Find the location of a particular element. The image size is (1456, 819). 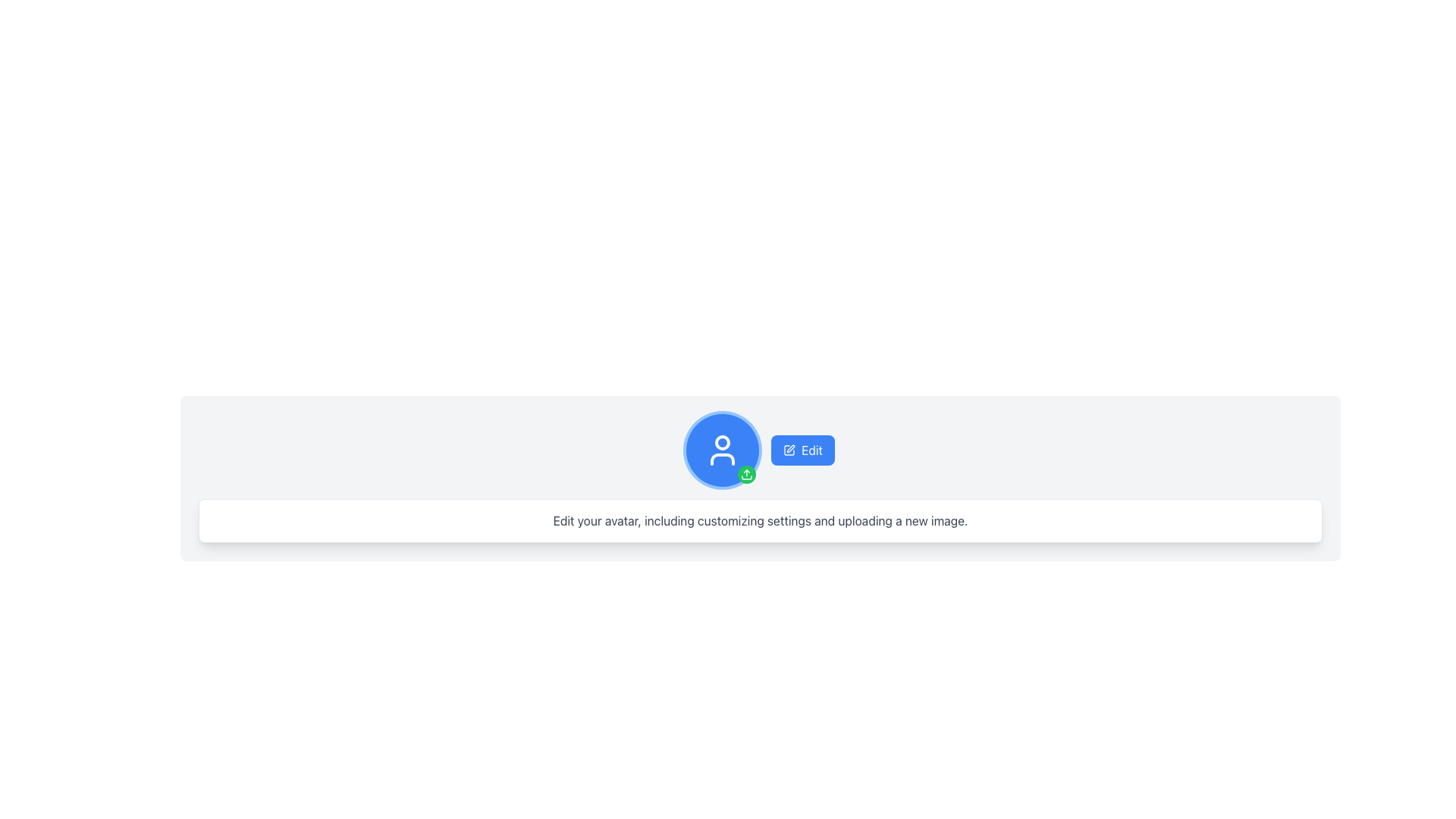

the user icon located at the center of the blue circular button is located at coordinates (722, 450).